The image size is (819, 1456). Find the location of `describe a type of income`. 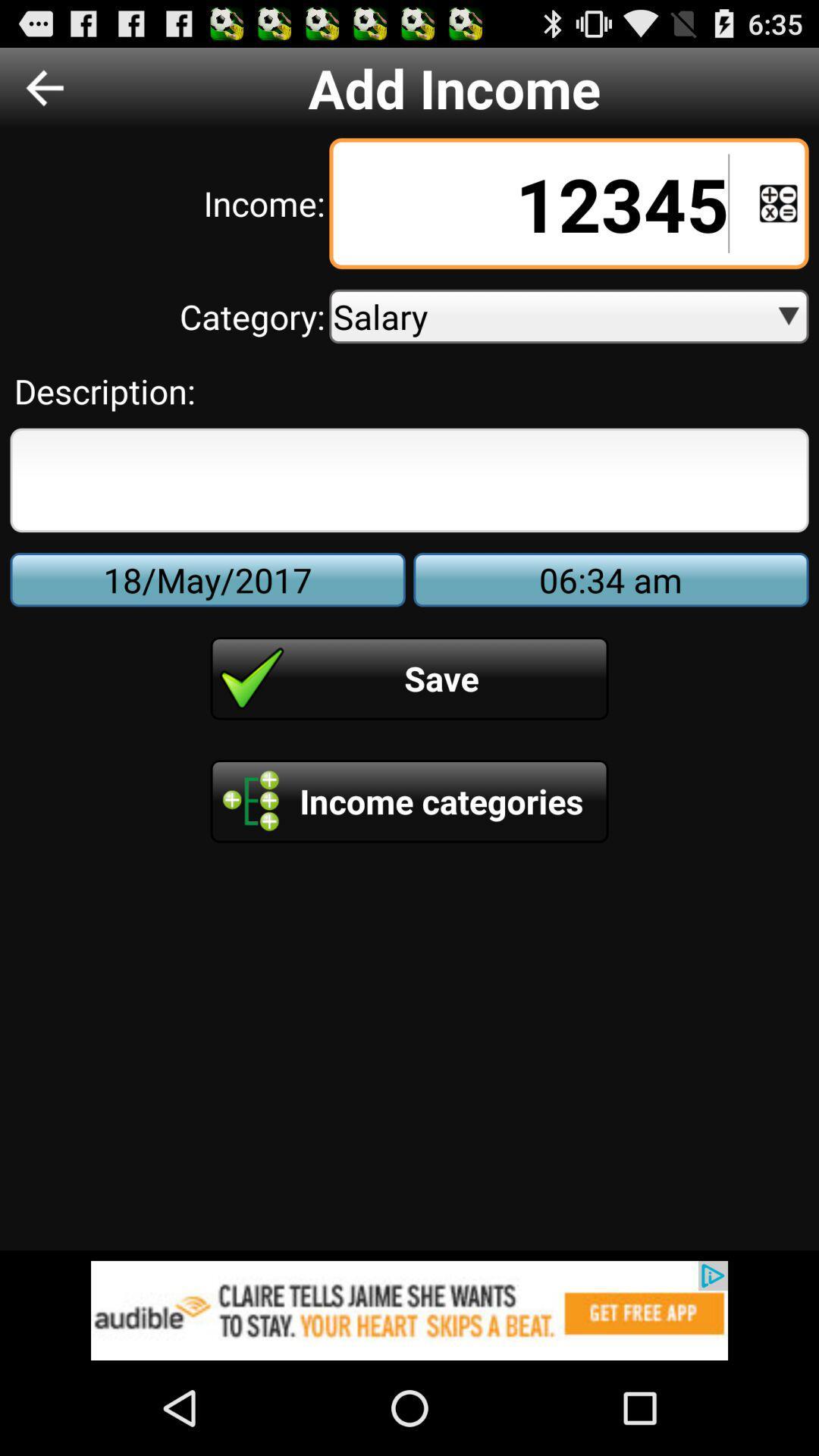

describe a type of income is located at coordinates (409, 479).